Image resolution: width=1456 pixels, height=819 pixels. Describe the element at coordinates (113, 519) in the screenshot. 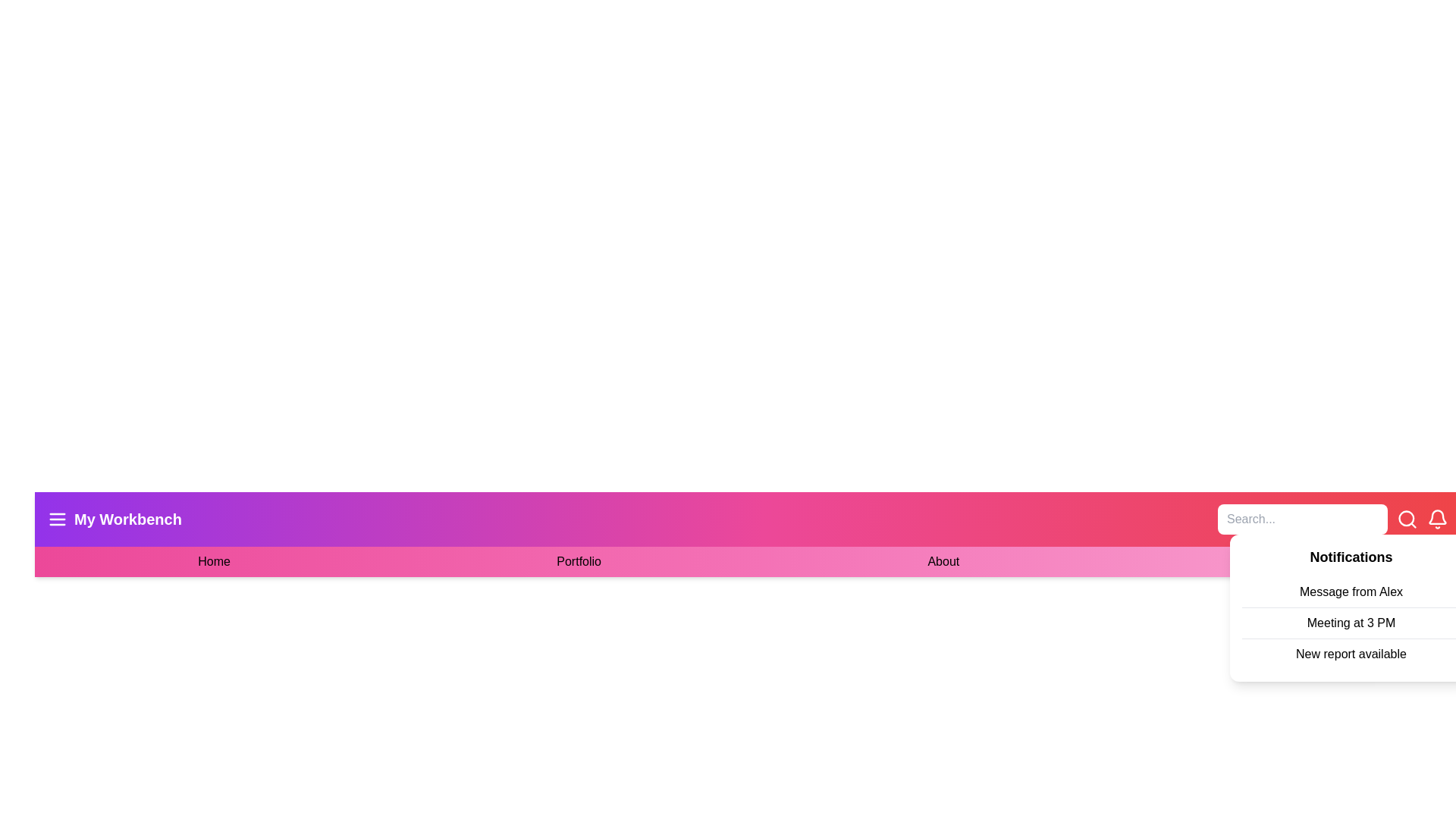

I see `the 'My Workbench' navigation label with a hamburger menu icon, which is located on the far left of the top navigation bar` at that location.